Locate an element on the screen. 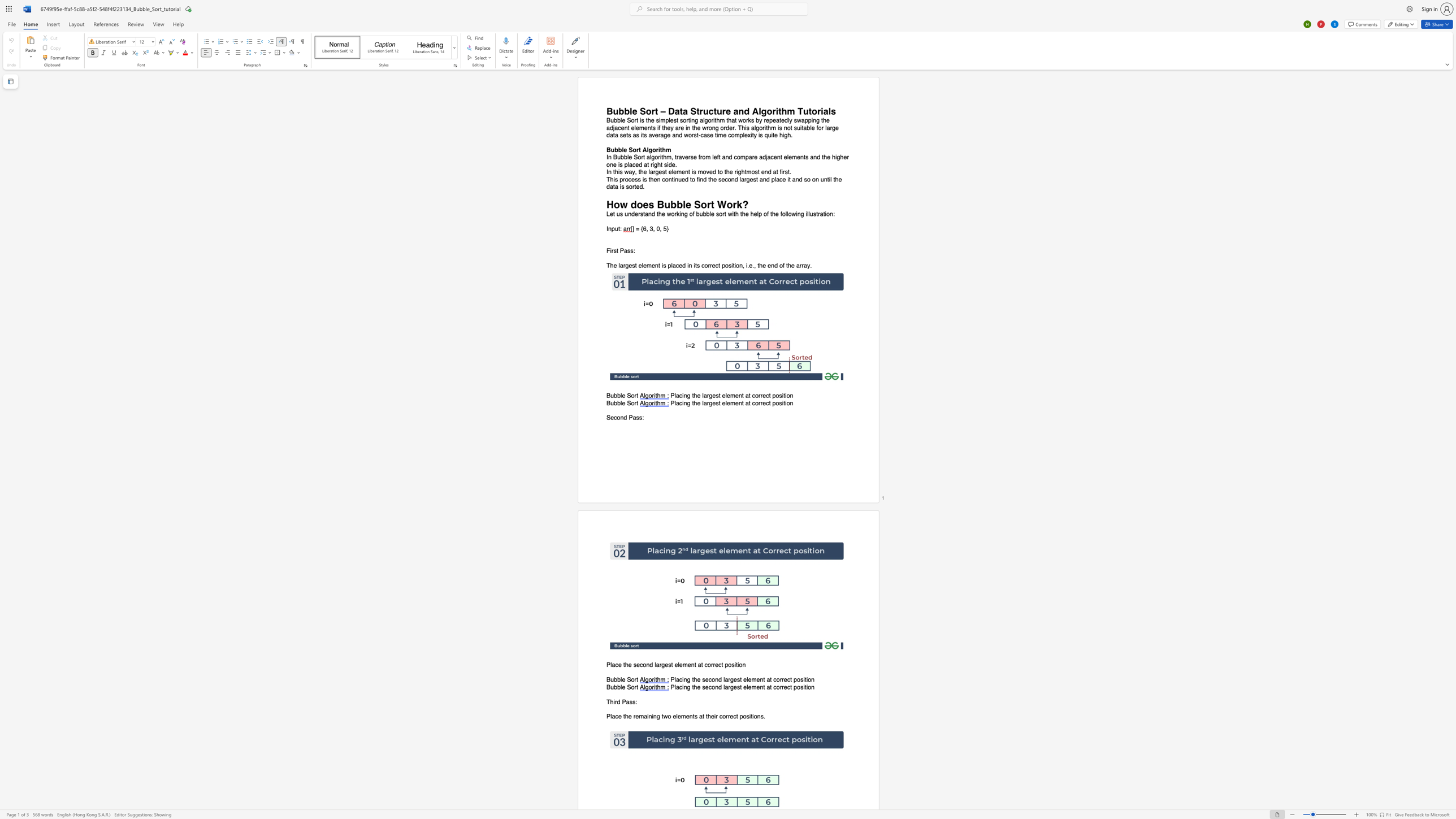  the space between the continuous character "e" and "l" in the text is located at coordinates (671, 172).